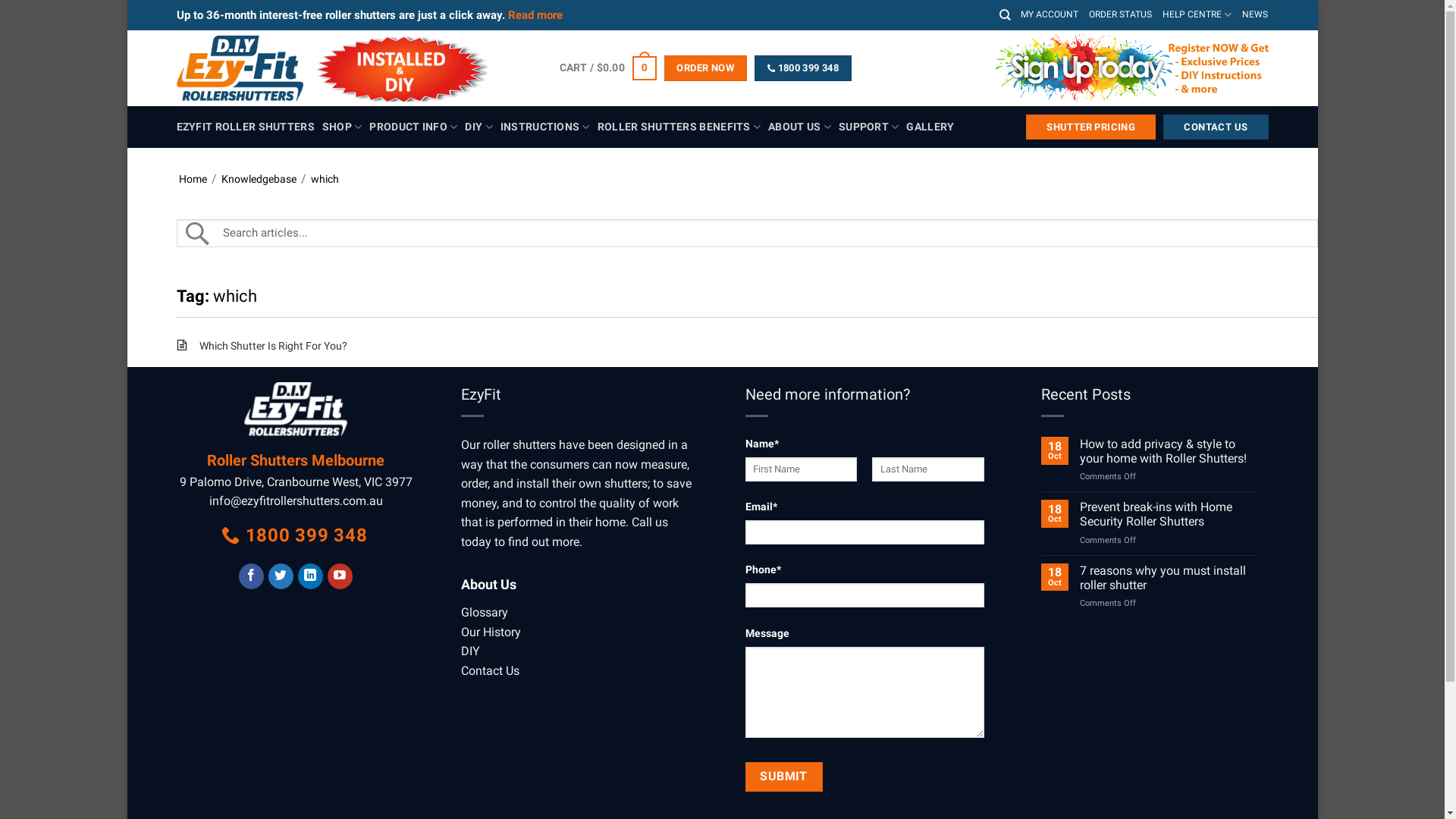 Image resolution: width=1456 pixels, height=819 pixels. What do you see at coordinates (678, 126) in the screenshot?
I see `'ROLLER SHUTTERS BENEFITS'` at bounding box center [678, 126].